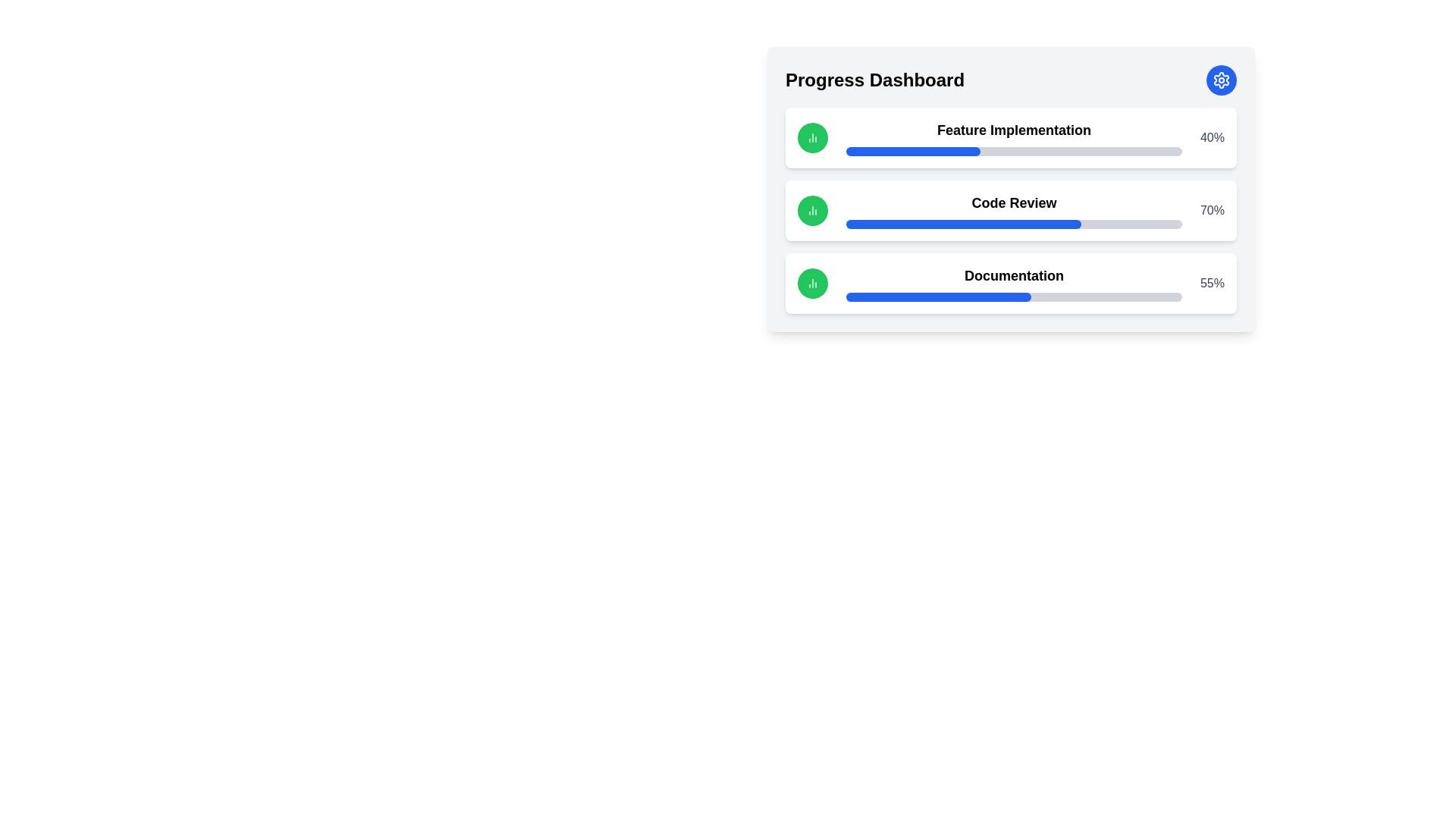 The image size is (1456, 819). What do you see at coordinates (963, 224) in the screenshot?
I see `the filled portion of the progress bar representing 70% completion within the 'Code Review' section of the 'Progress Dashboard'` at bounding box center [963, 224].